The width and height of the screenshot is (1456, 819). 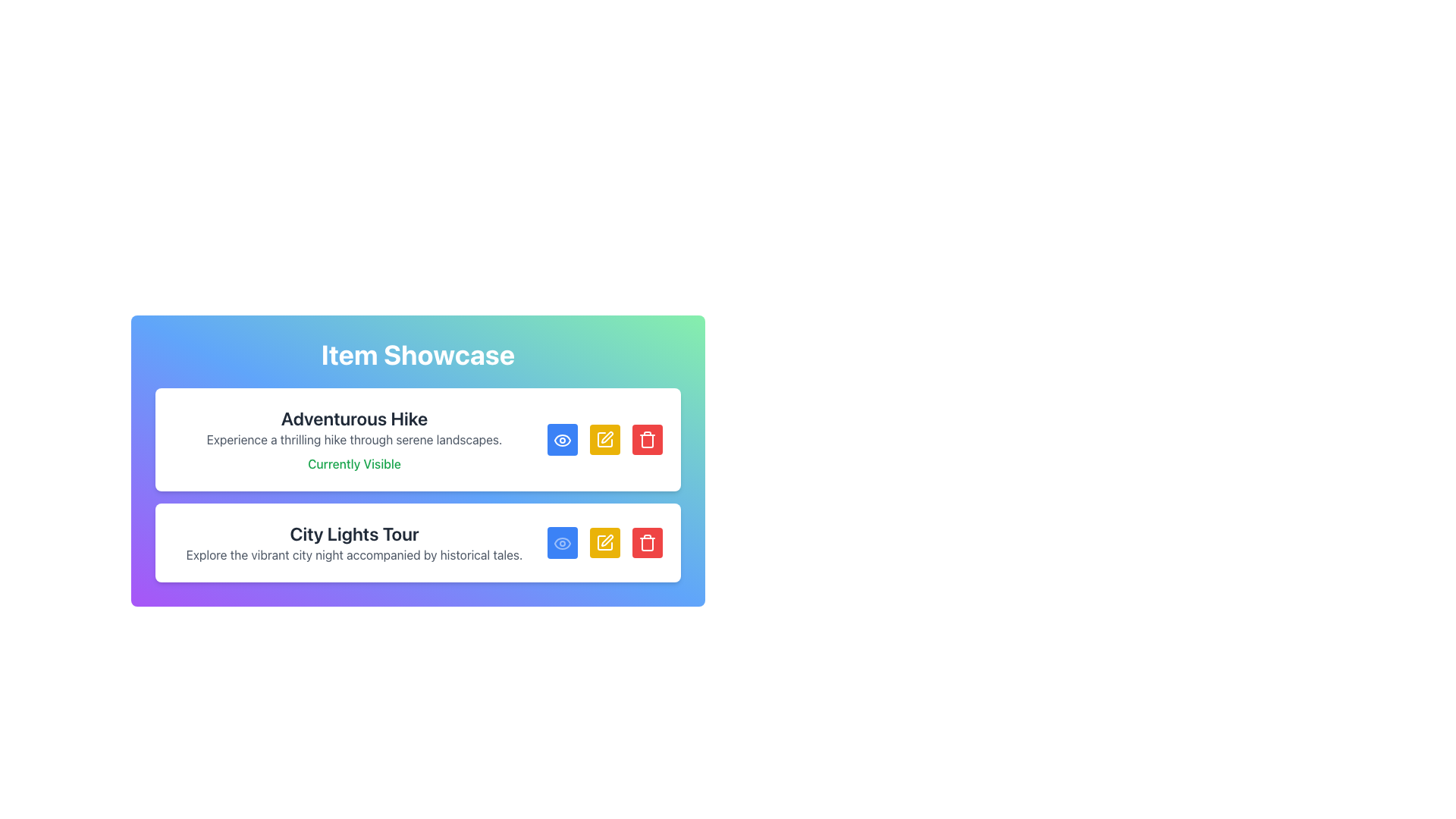 I want to click on the middle button in the horizontal row of action buttons associated with the 'City Lights Tour' item, so click(x=607, y=540).